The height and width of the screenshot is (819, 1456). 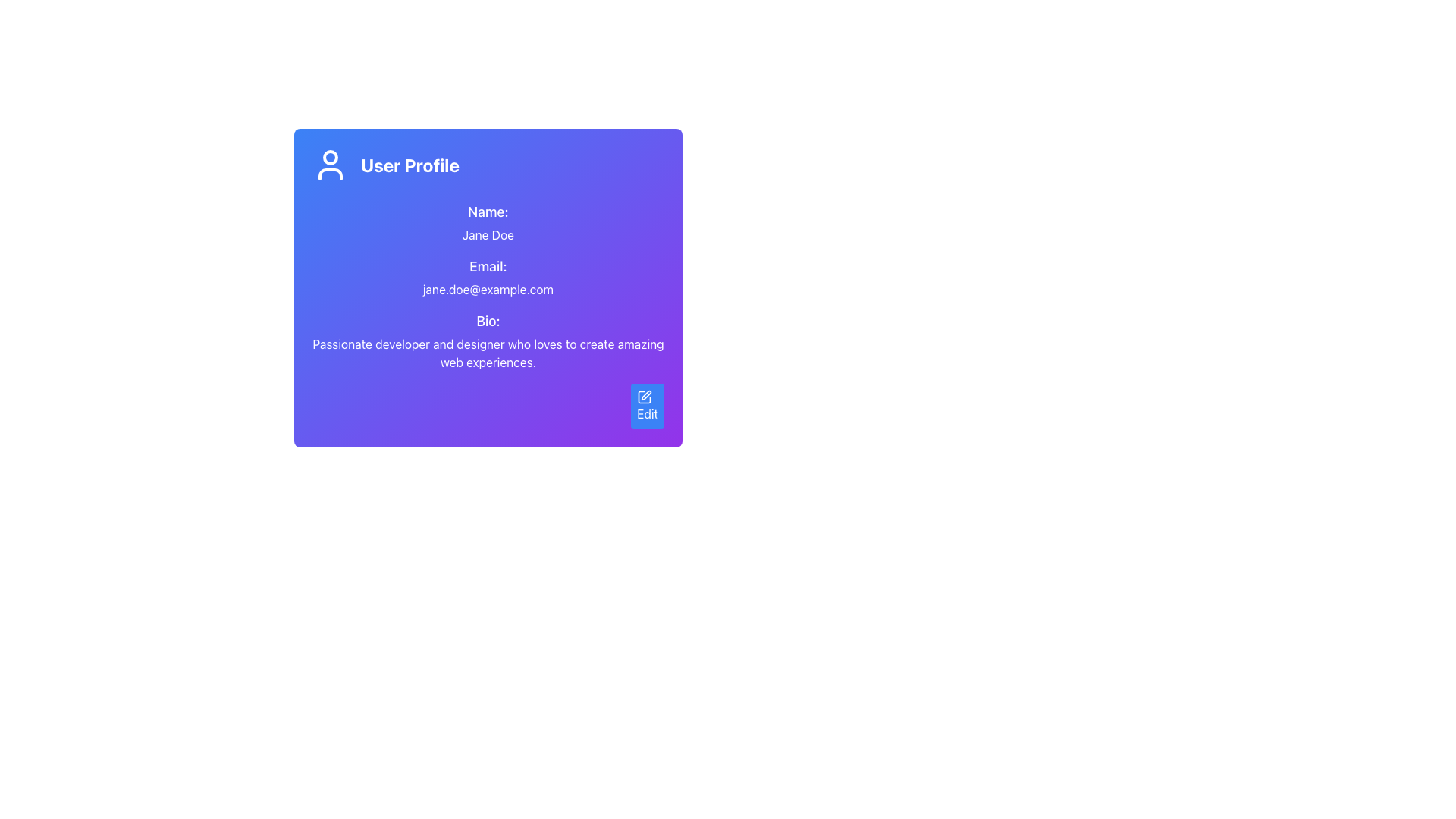 What do you see at coordinates (330, 165) in the screenshot?
I see `the user profile silhouette SVG icon with a blue background located to the left of the 'User Profile' title` at bounding box center [330, 165].